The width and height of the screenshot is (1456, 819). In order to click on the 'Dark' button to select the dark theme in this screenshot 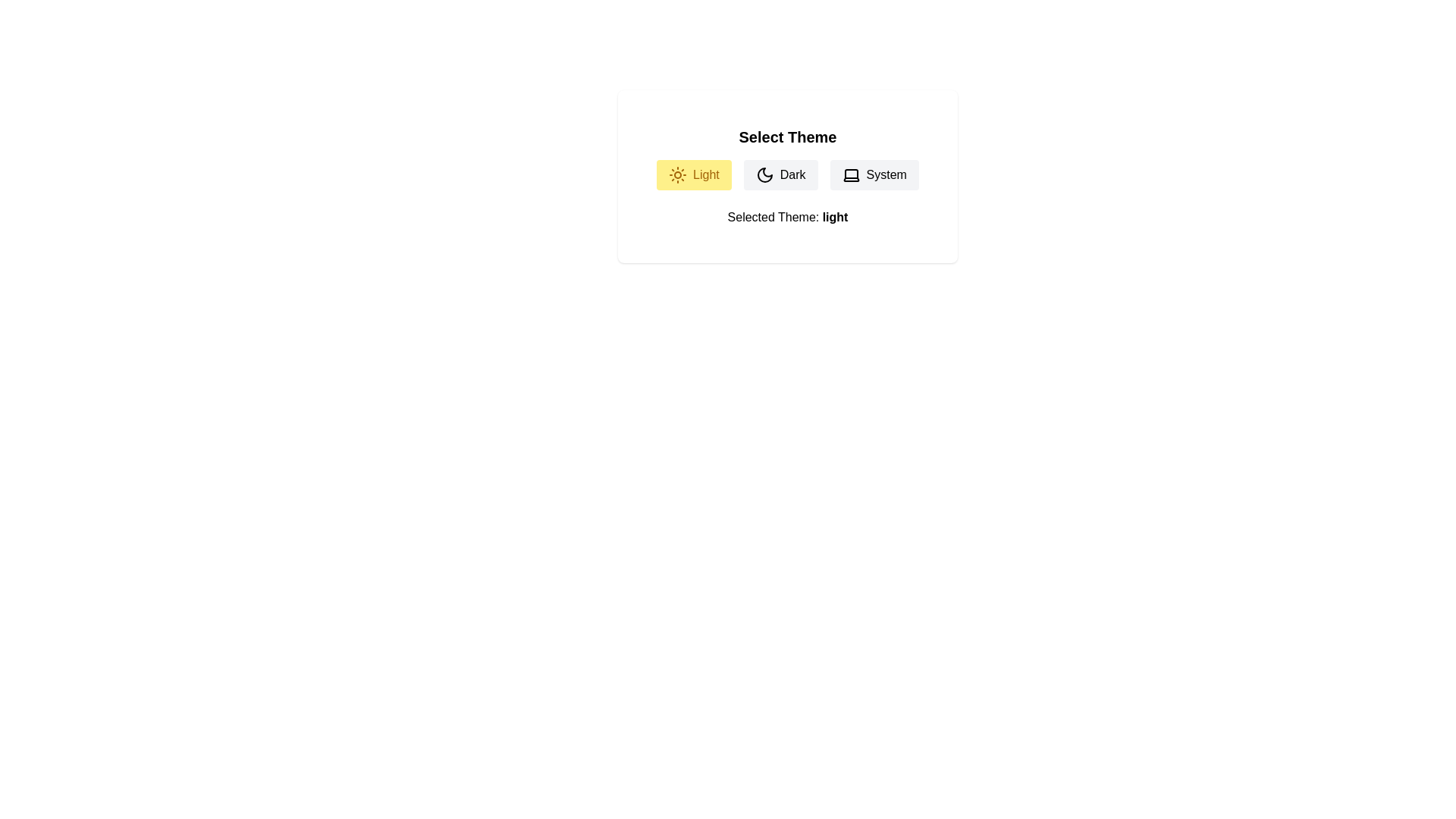, I will do `click(780, 174)`.